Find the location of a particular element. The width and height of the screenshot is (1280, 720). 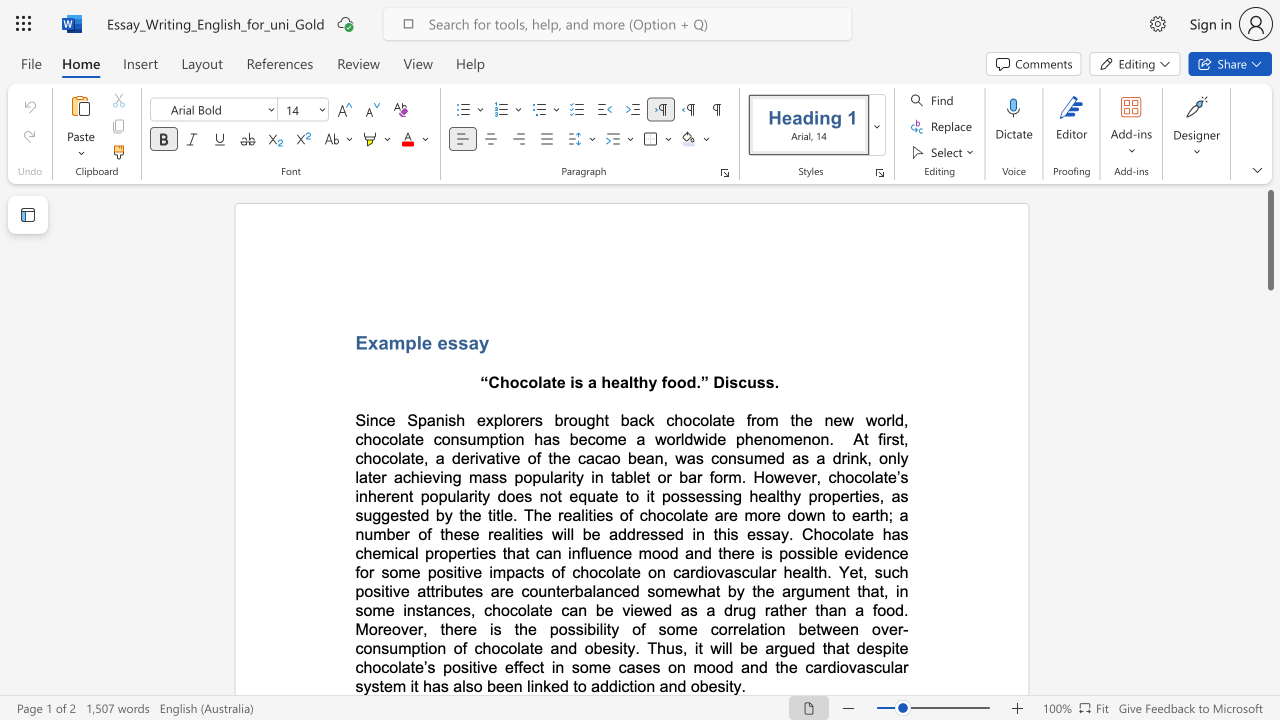

the scrollbar on the right side to scroll the page down is located at coordinates (1269, 630).